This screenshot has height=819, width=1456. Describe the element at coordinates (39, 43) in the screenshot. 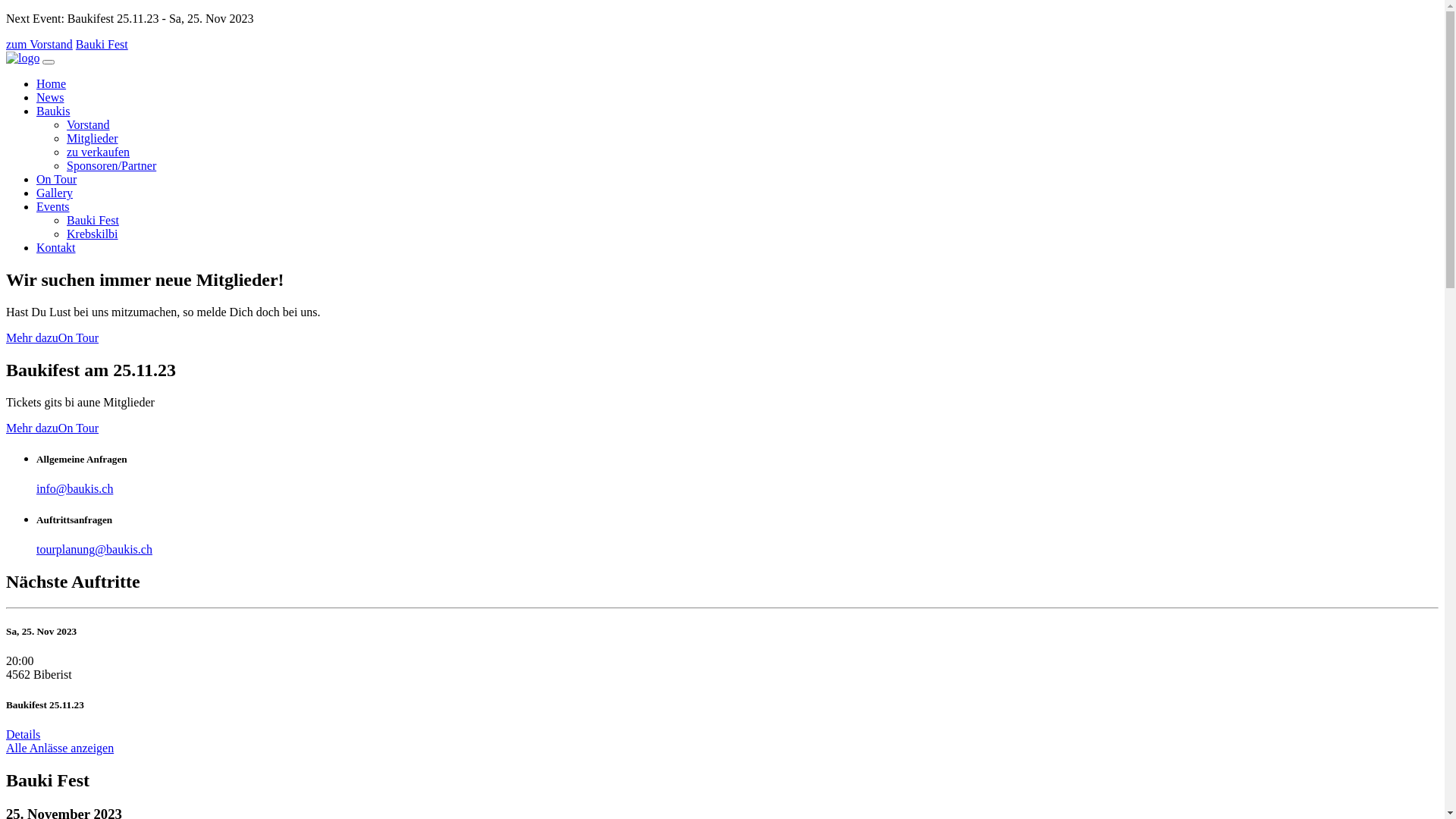

I see `'zum Vorstand'` at that location.